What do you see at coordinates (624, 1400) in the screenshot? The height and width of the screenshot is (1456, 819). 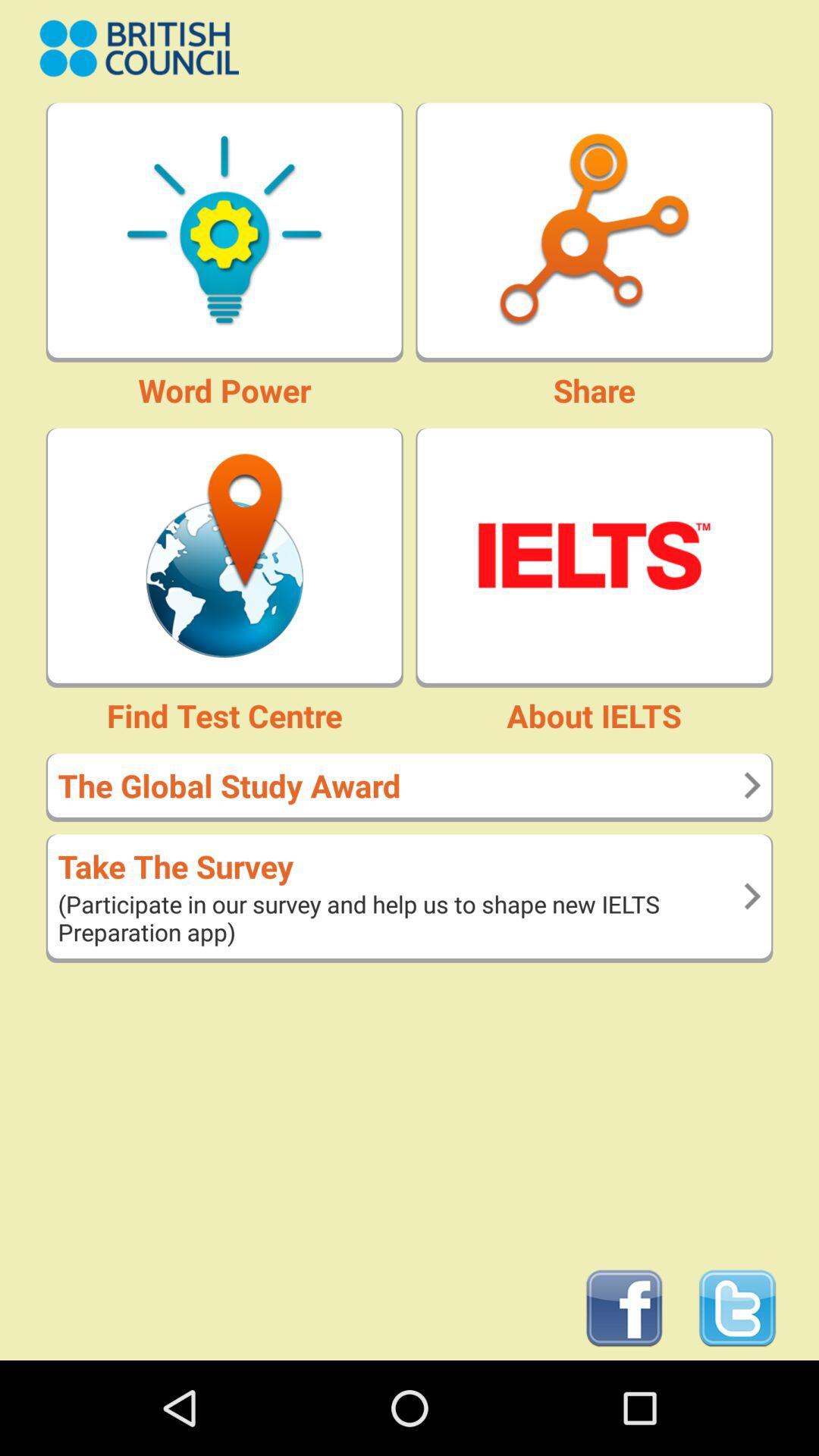 I see `the facebook icon` at bounding box center [624, 1400].